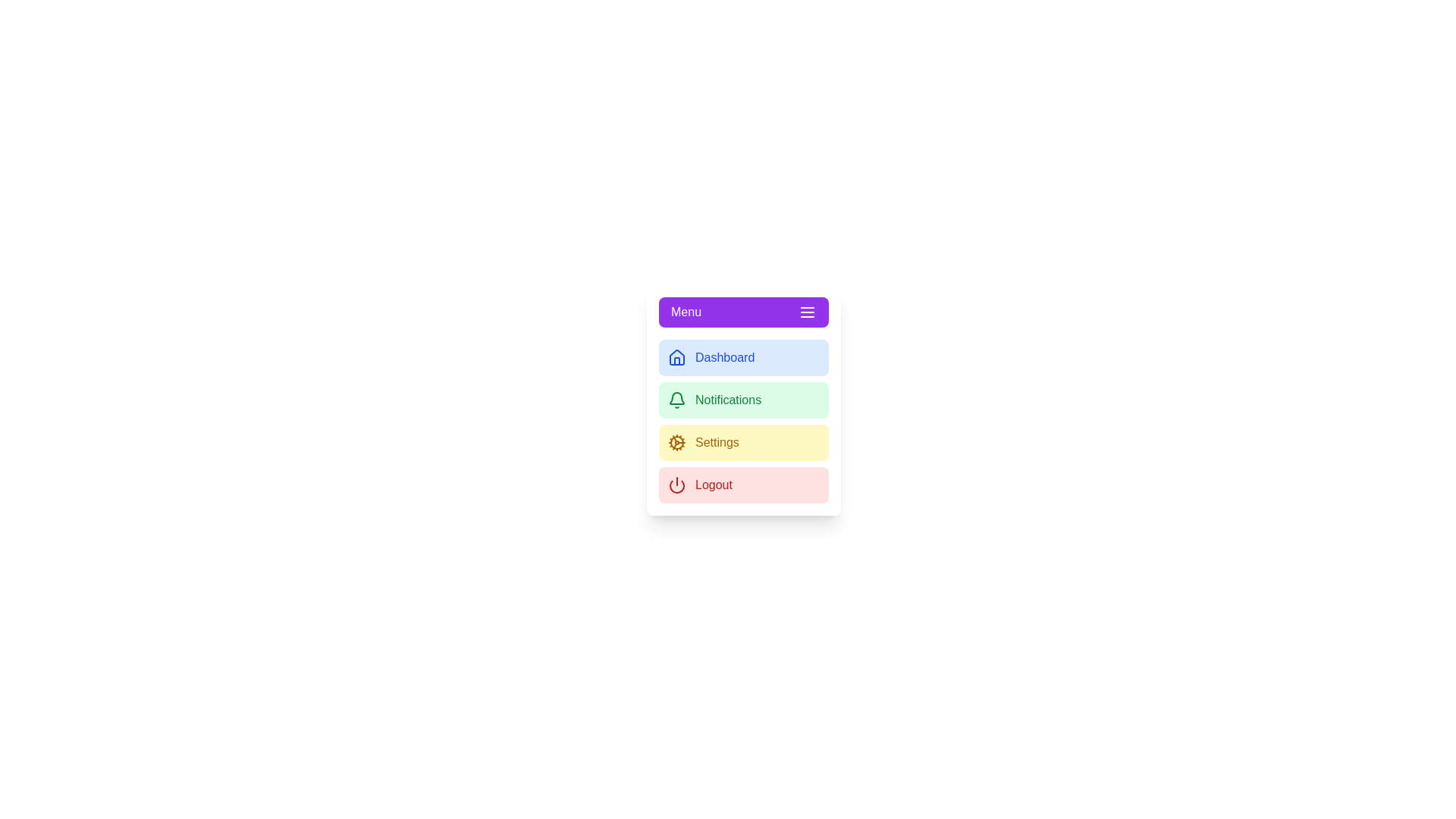  Describe the element at coordinates (743, 357) in the screenshot. I see `the menu item Dashboard from the sidebar menu` at that location.